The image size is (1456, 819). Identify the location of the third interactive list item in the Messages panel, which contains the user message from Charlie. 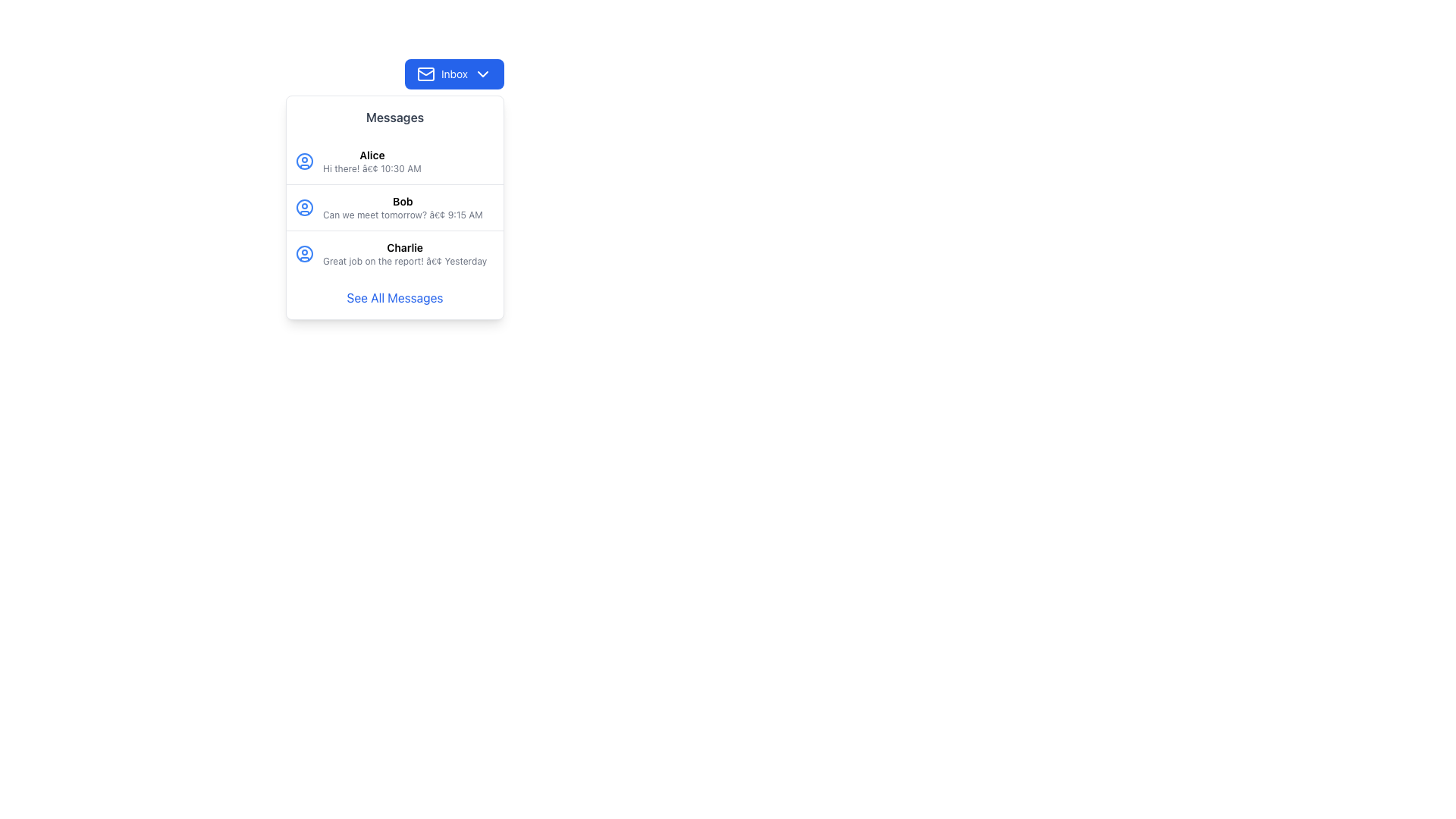
(395, 253).